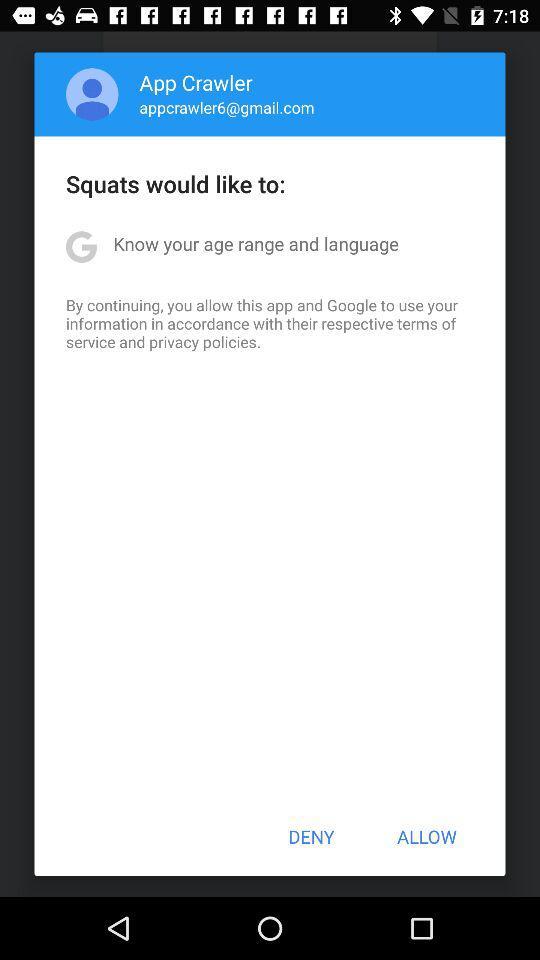 The height and width of the screenshot is (960, 540). Describe the element at coordinates (226, 107) in the screenshot. I see `the app below app crawler` at that location.